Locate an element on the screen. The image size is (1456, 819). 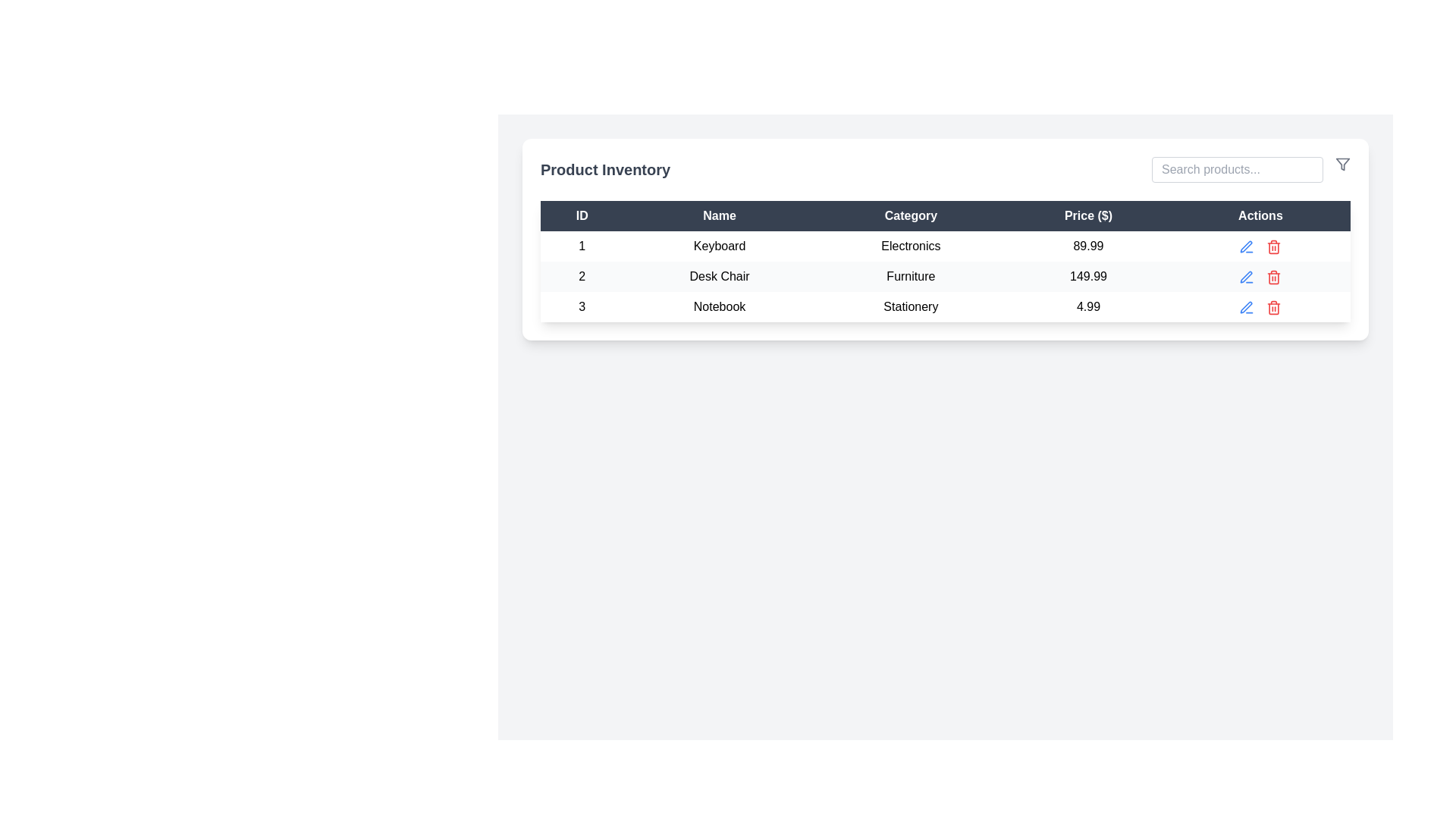
the Edit Pen icon in the Actions column for the product 'Notebook', which allows users to modify the product's details is located at coordinates (1247, 307).